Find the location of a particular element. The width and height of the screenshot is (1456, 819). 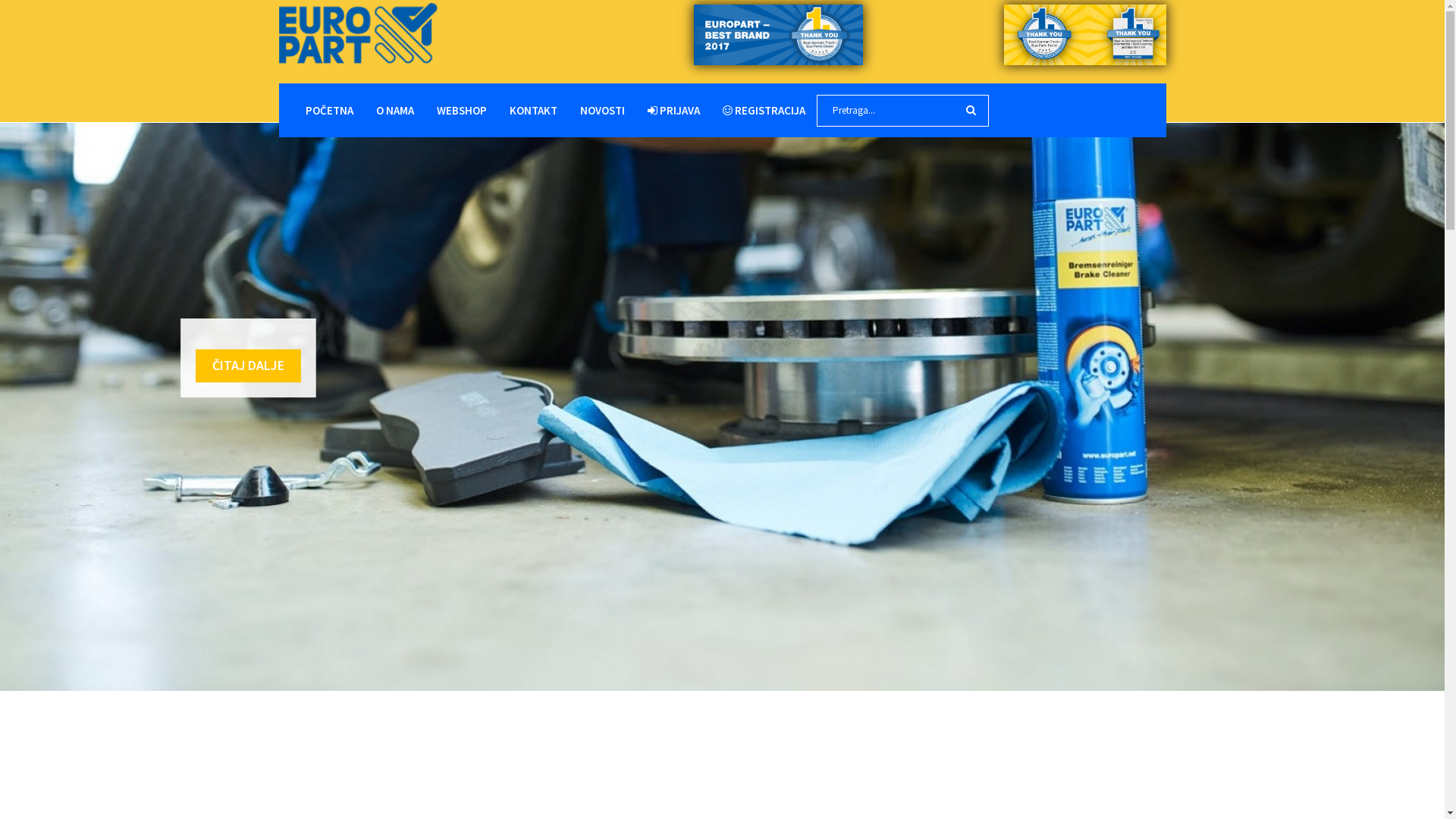

'O NAMA' is located at coordinates (394, 109).